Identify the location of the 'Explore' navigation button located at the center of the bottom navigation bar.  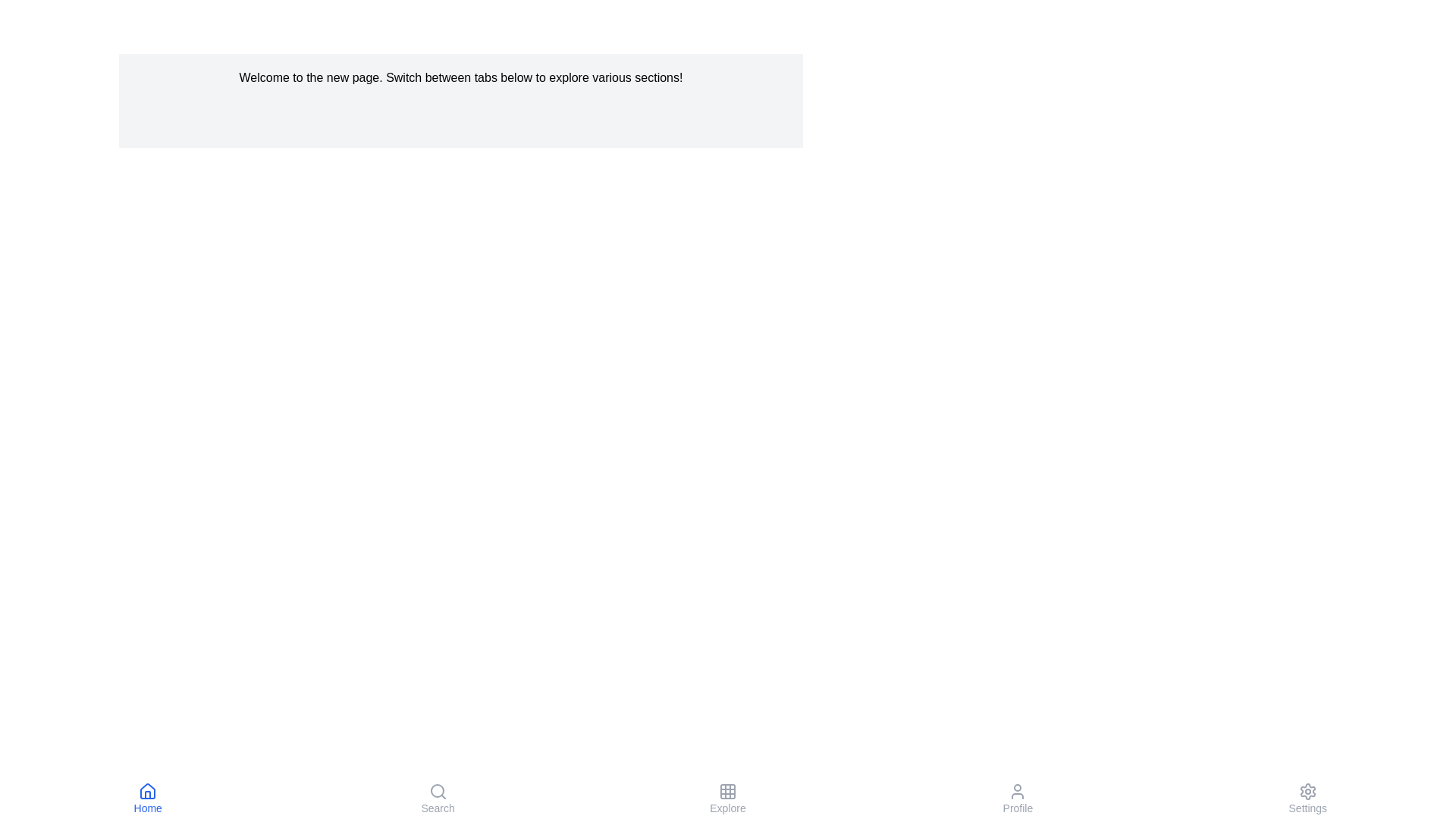
(728, 798).